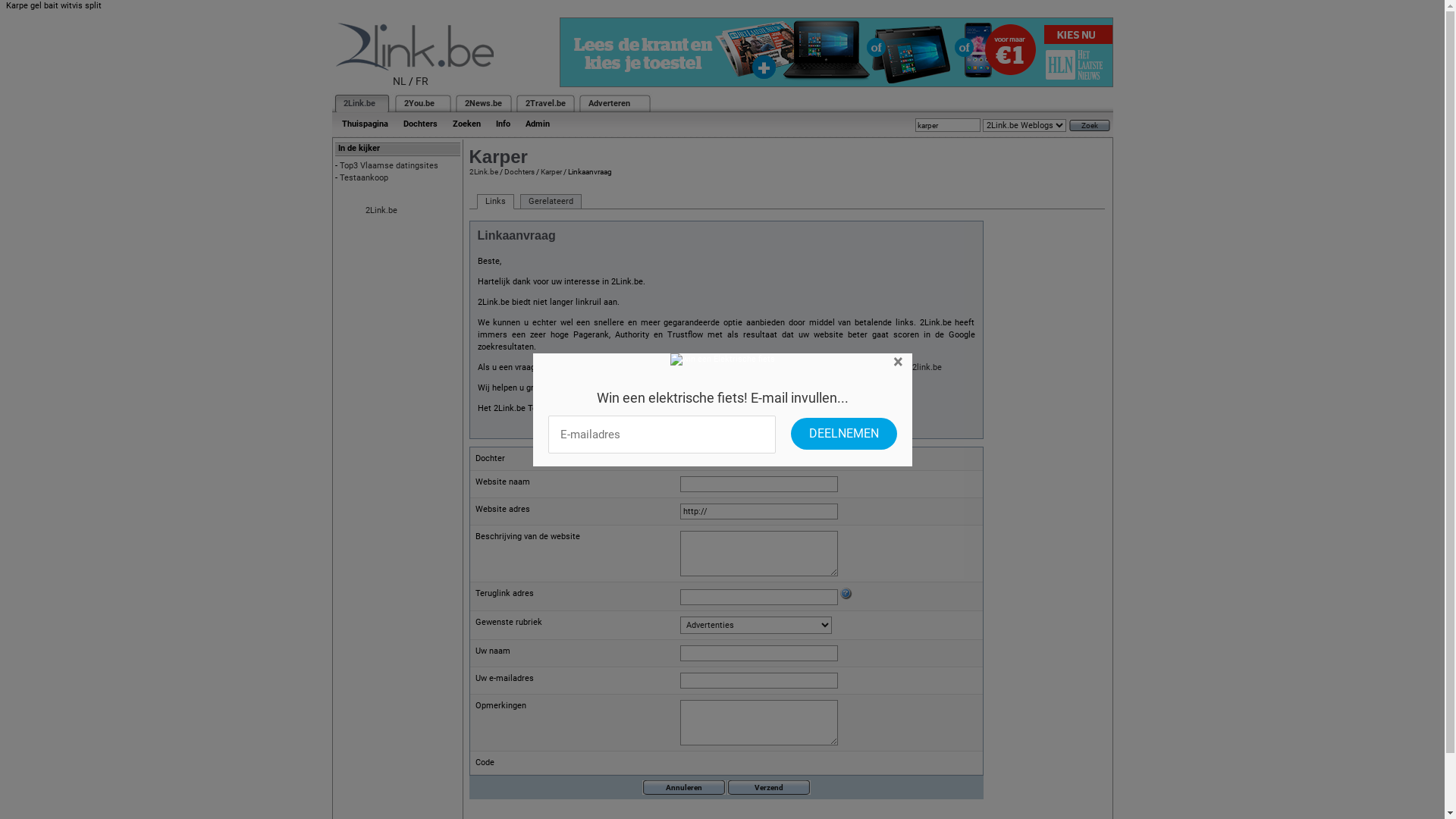 The width and height of the screenshot is (1456, 819). Describe the element at coordinates (365, 210) in the screenshot. I see `'2Link.be'` at that location.